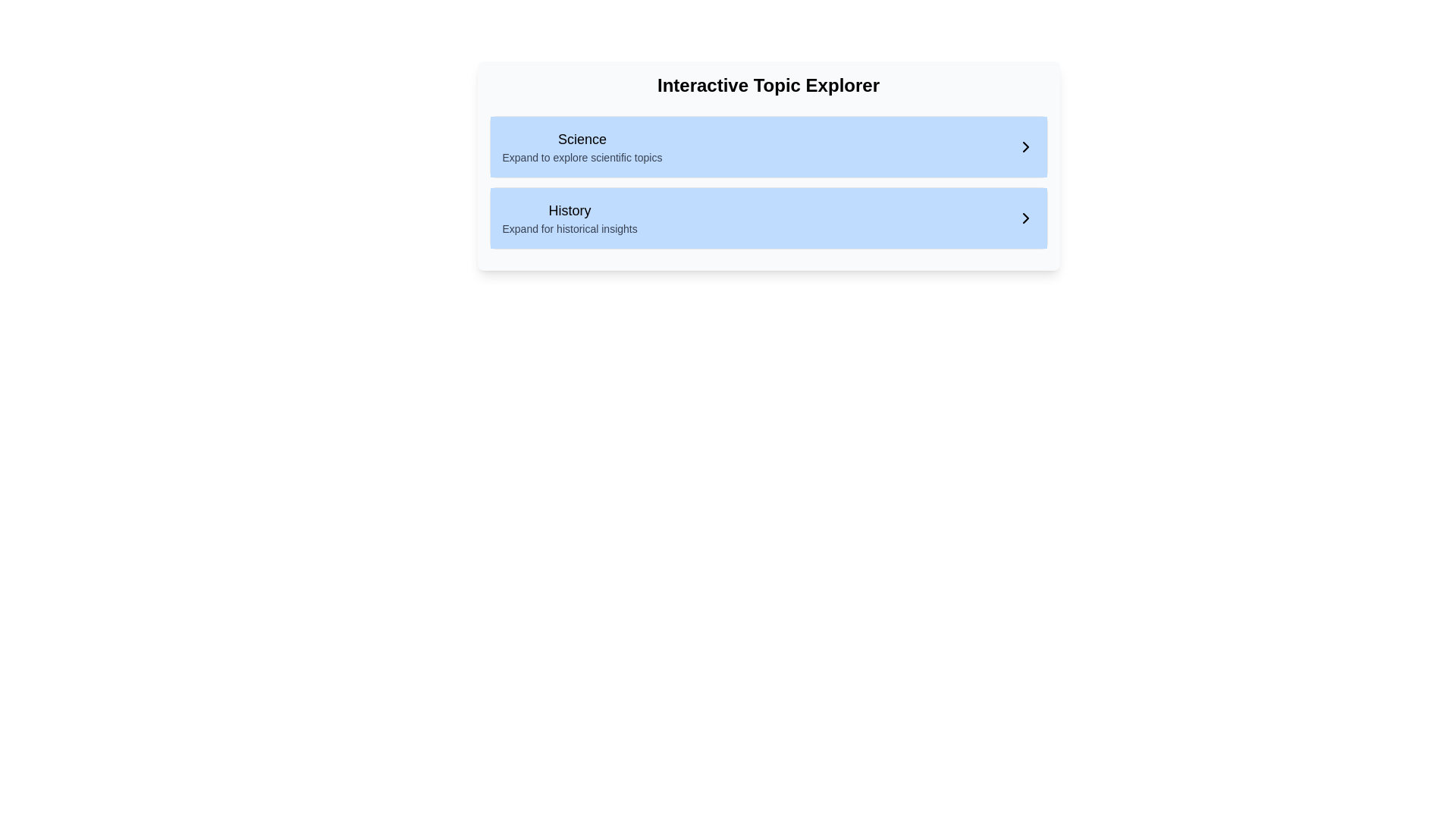 Image resolution: width=1456 pixels, height=819 pixels. Describe the element at coordinates (582, 146) in the screenshot. I see `the 'Science' text label which is part of the Interactive Topic Explorer section to interact with it` at that location.